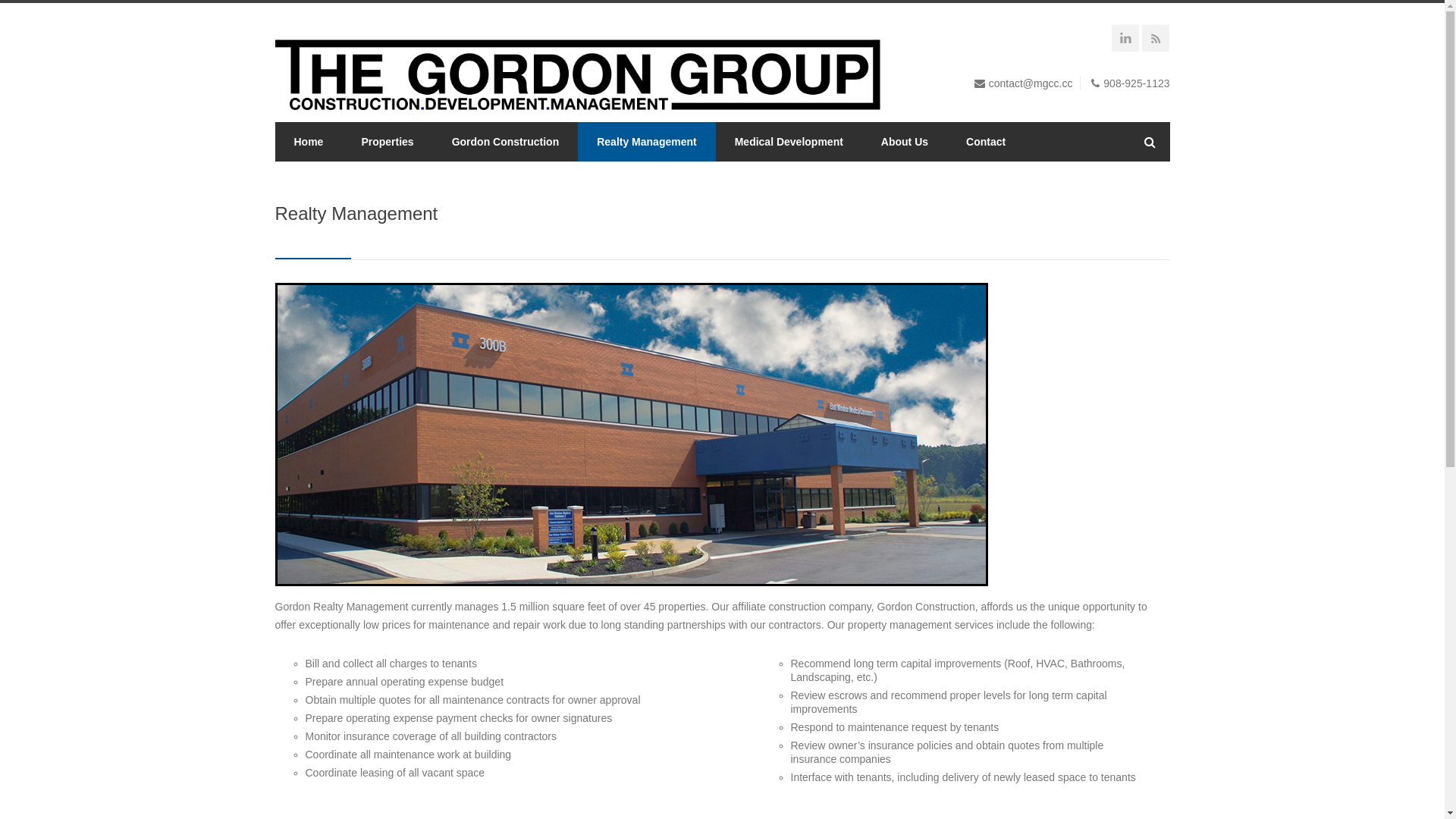 The width and height of the screenshot is (1456, 819). Describe the element at coordinates (715, 141) in the screenshot. I see `'Medical Development'` at that location.